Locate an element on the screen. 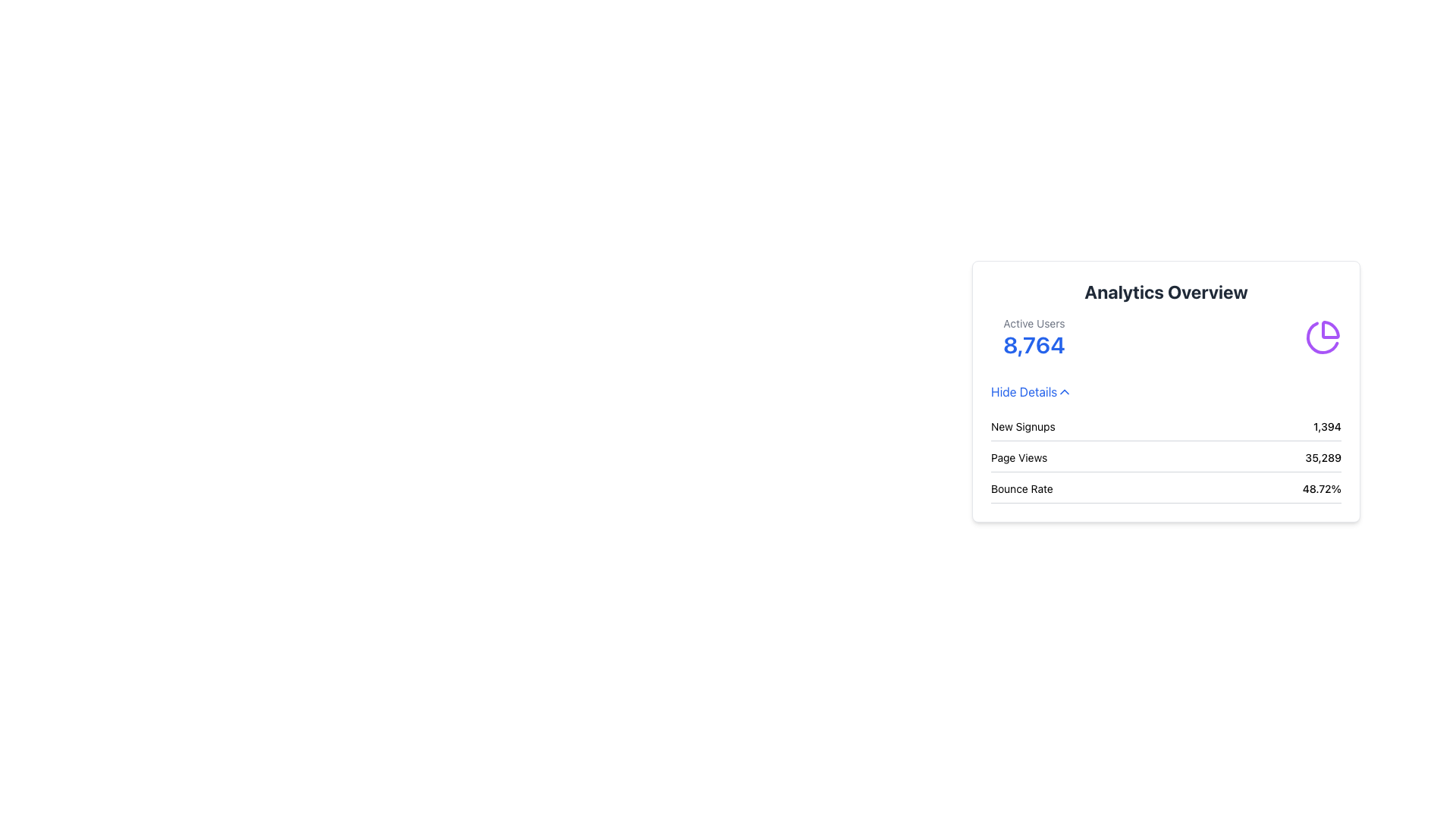  the collapsible button located beneath the 'Active Users' data in the 'Analytics Overview' card to hide the details section is located at coordinates (1031, 391).